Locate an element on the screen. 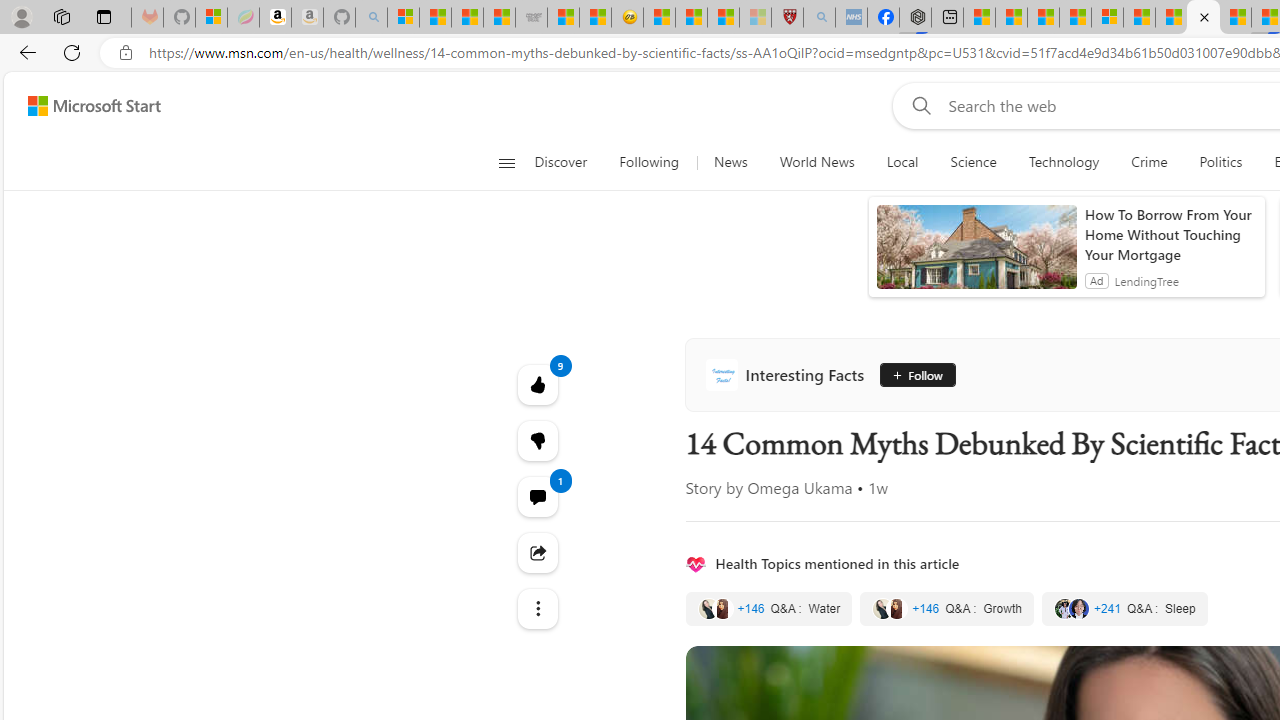 The image size is (1280, 720). 'LendingTree' is located at coordinates (1146, 280).